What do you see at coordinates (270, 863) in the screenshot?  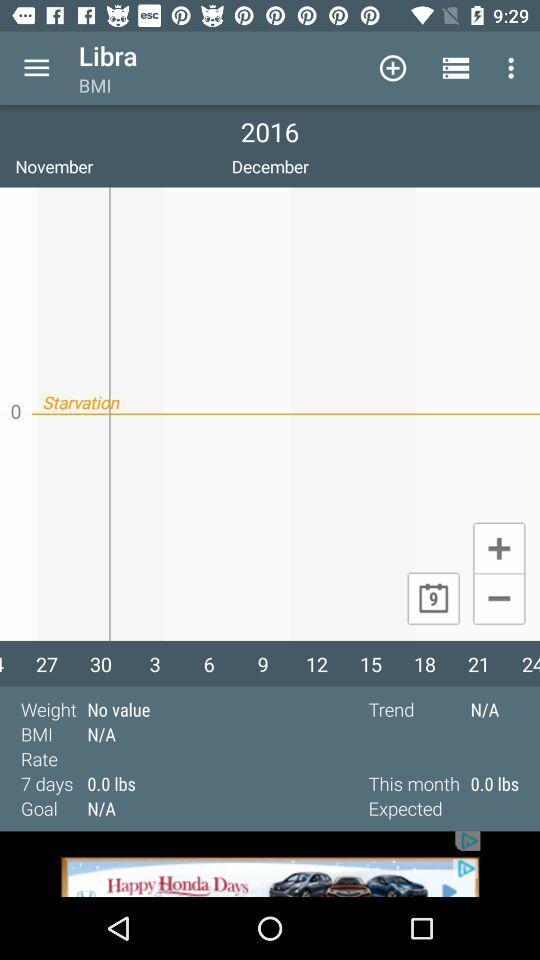 I see `advertisement page` at bounding box center [270, 863].